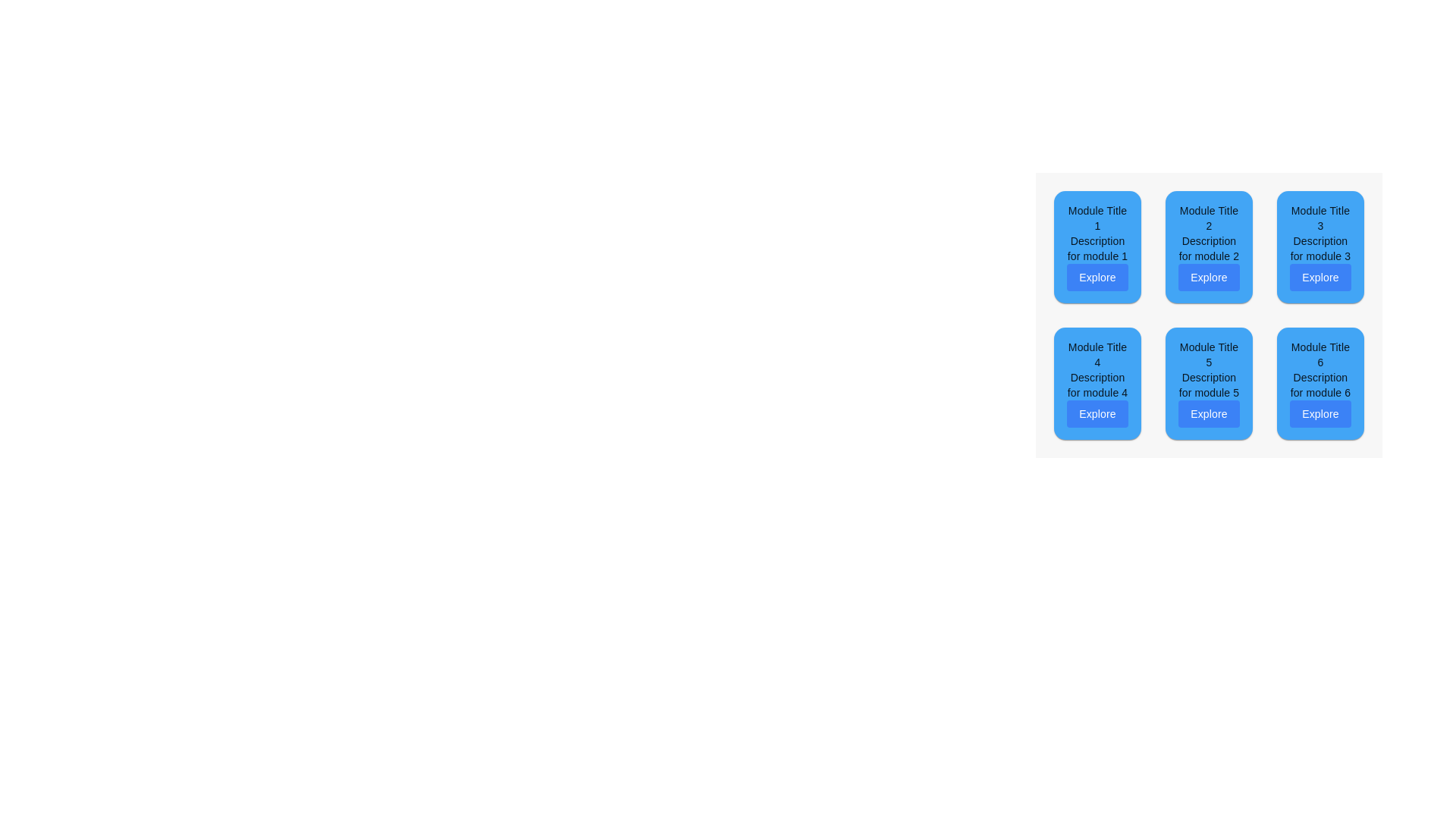  Describe the element at coordinates (1097, 278) in the screenshot. I see `the button located below 'Module Title 1' and 'Description for module 1' in the first row and first column of the grid layout` at that location.